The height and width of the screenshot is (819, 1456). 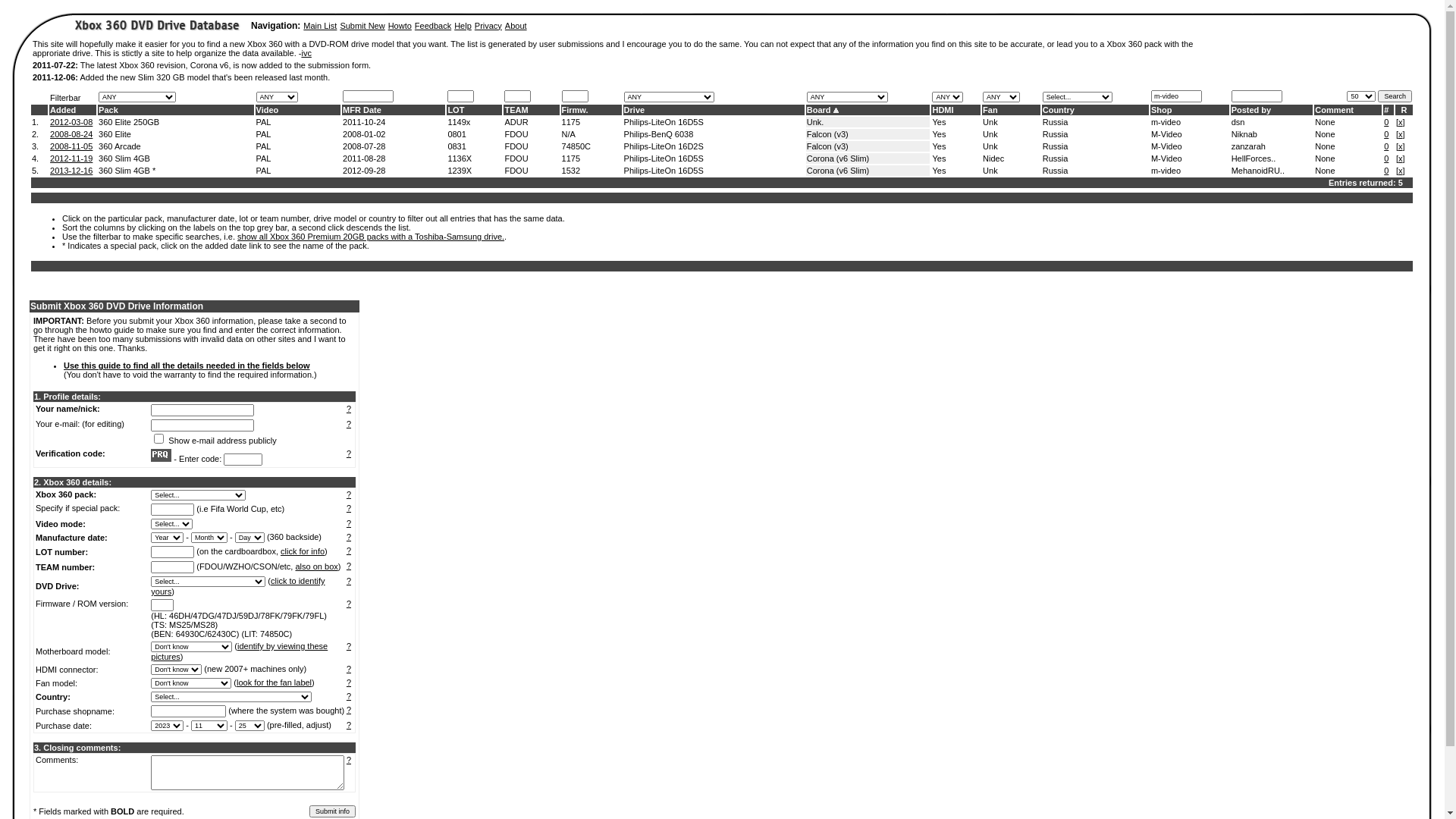 I want to click on '1175', so click(x=570, y=158).